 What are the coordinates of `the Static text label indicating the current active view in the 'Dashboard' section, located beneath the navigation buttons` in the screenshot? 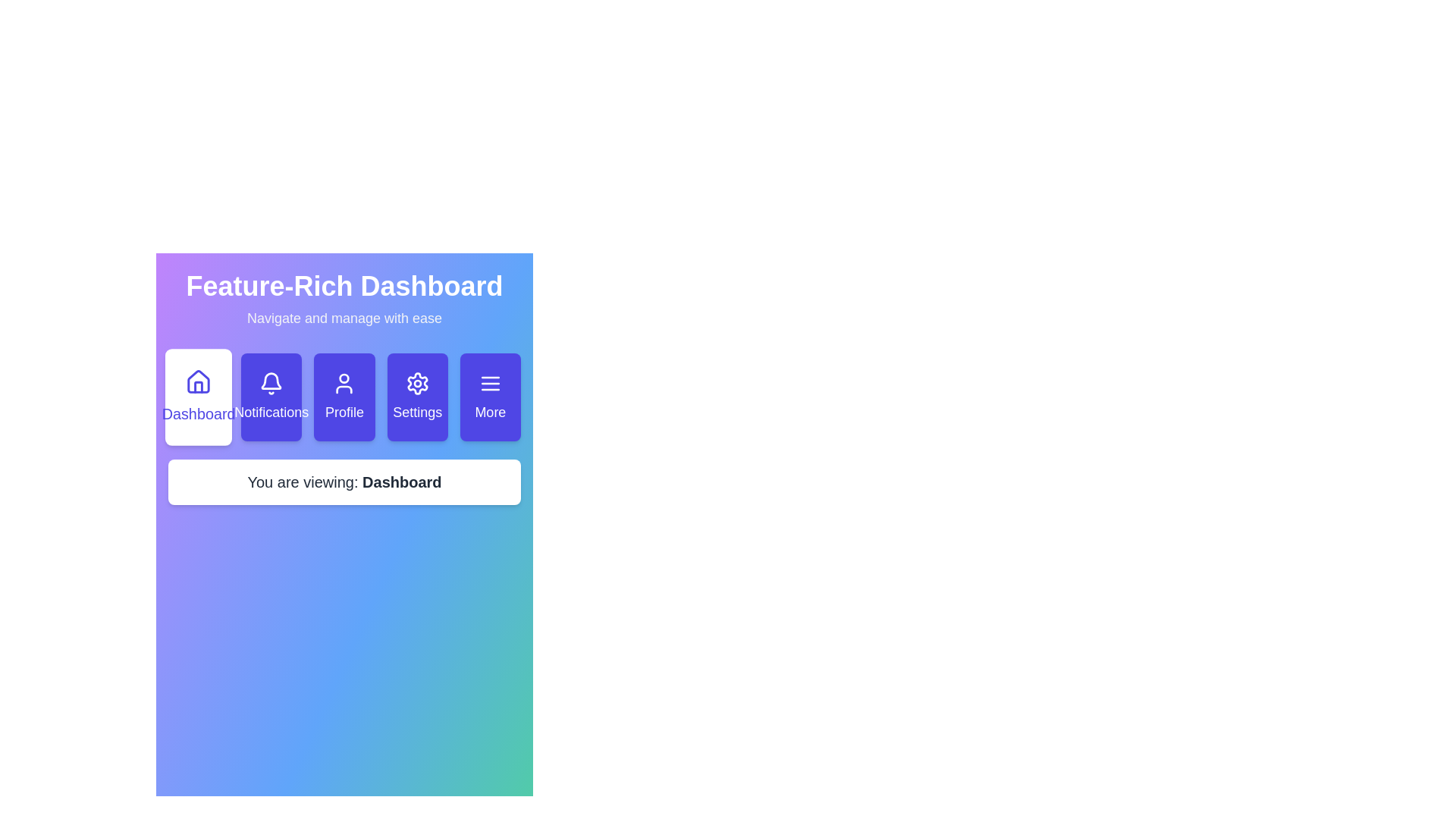 It's located at (344, 482).